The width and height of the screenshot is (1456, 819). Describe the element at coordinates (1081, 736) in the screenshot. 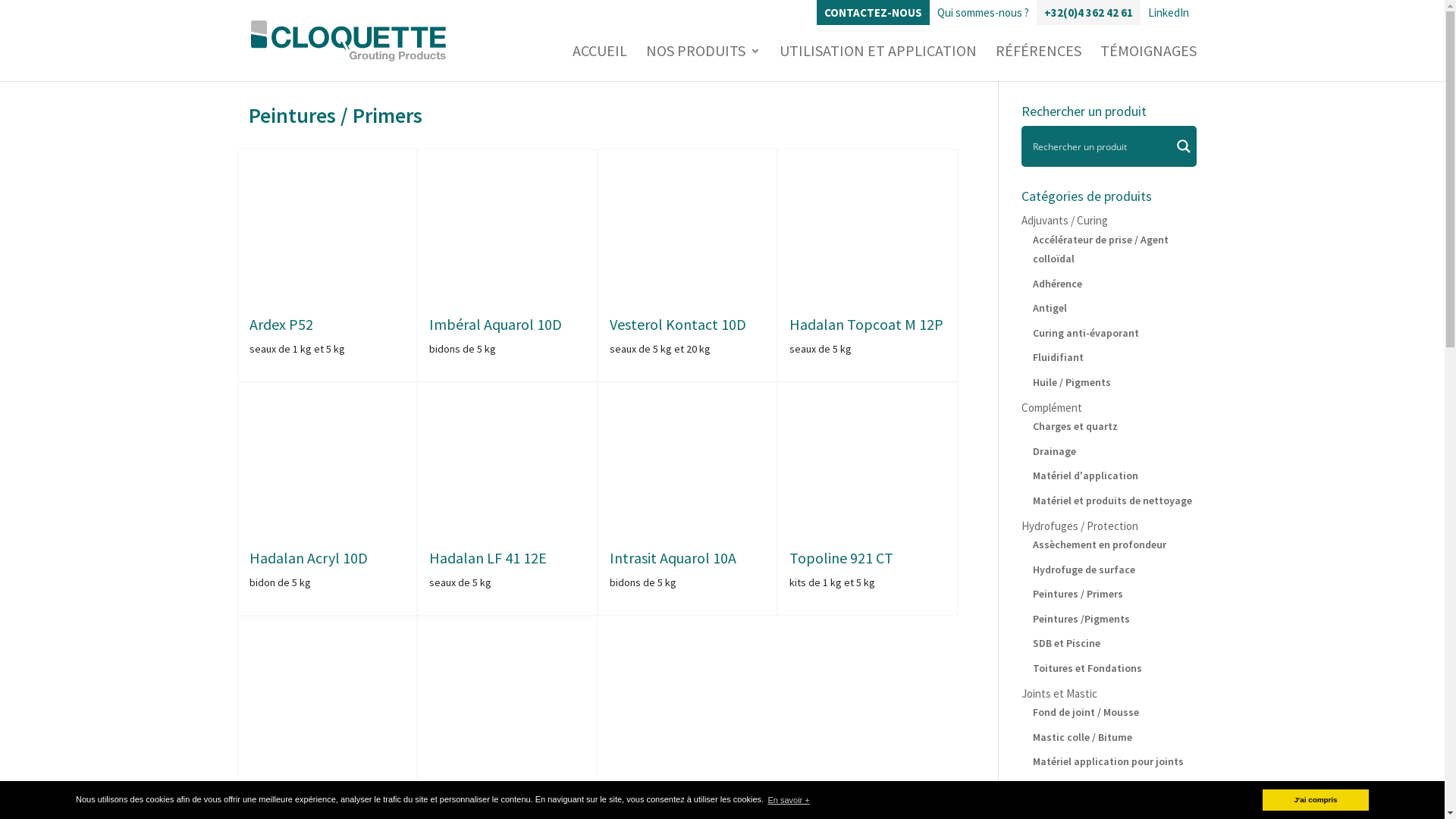

I see `'Mastic colle / Bitume'` at that location.